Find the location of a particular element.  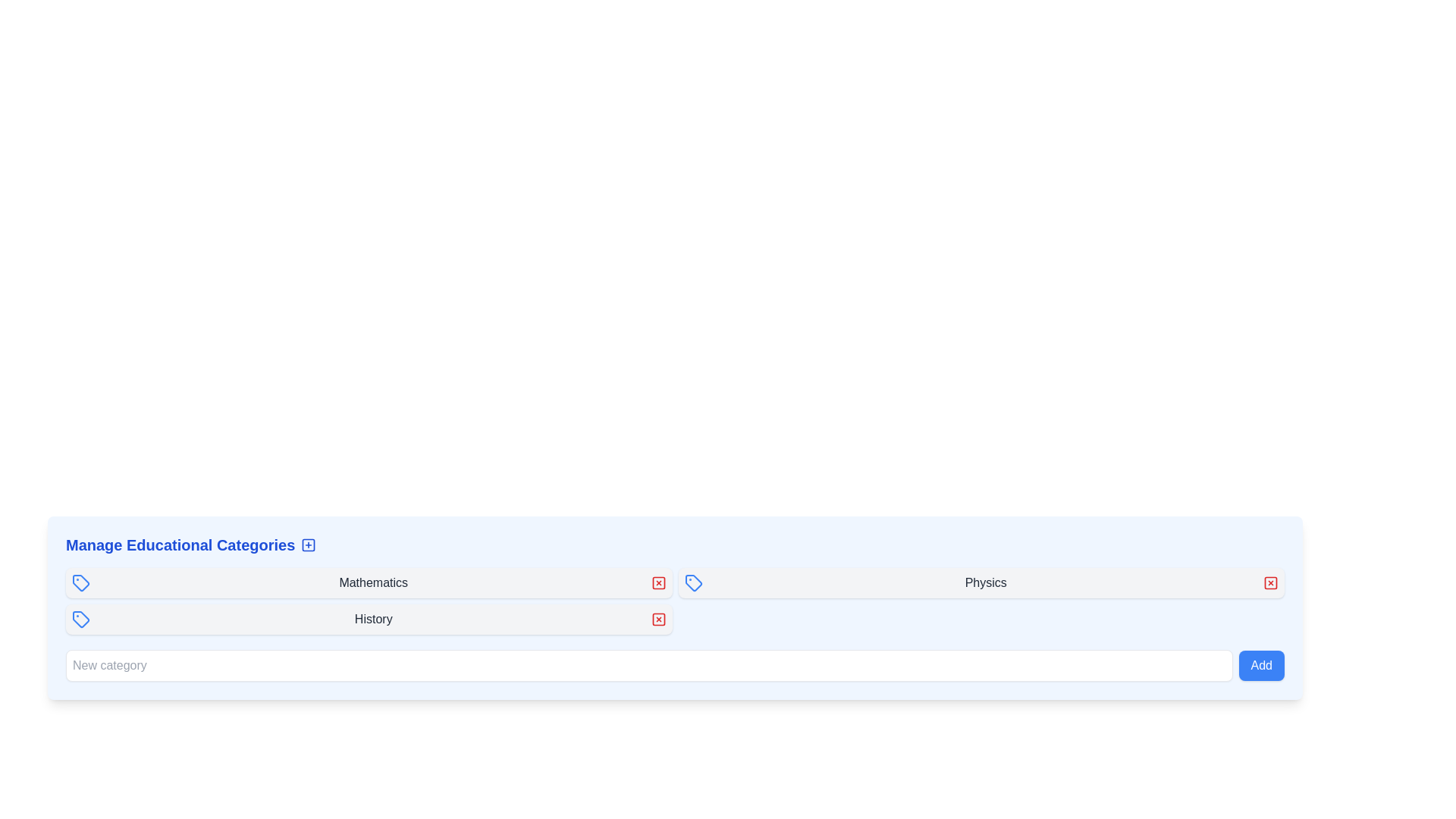

the delete button located at the far-right edge of the row for 'Mathematics' is located at coordinates (658, 582).